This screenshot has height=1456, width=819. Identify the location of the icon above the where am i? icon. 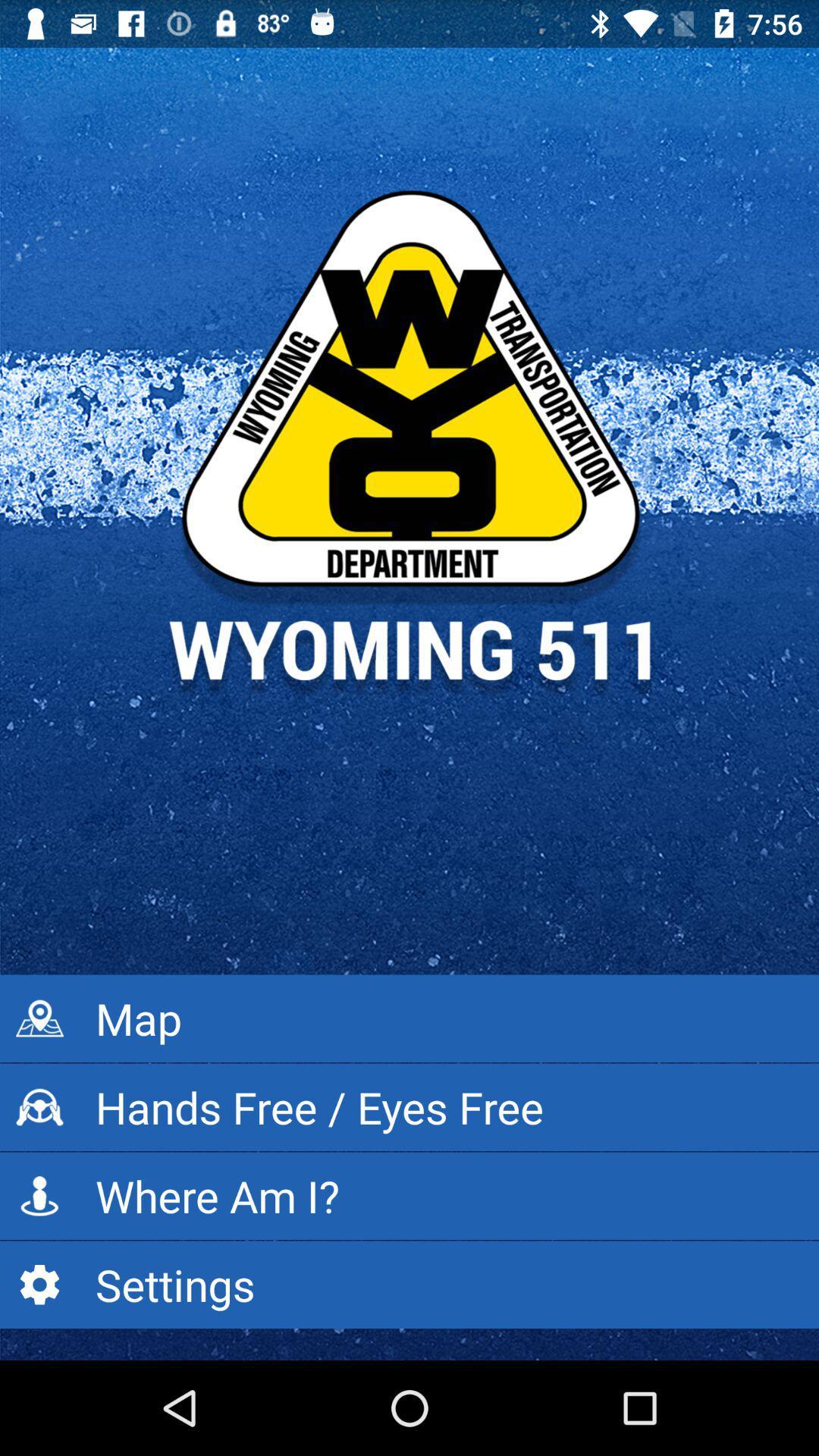
(409, 1107).